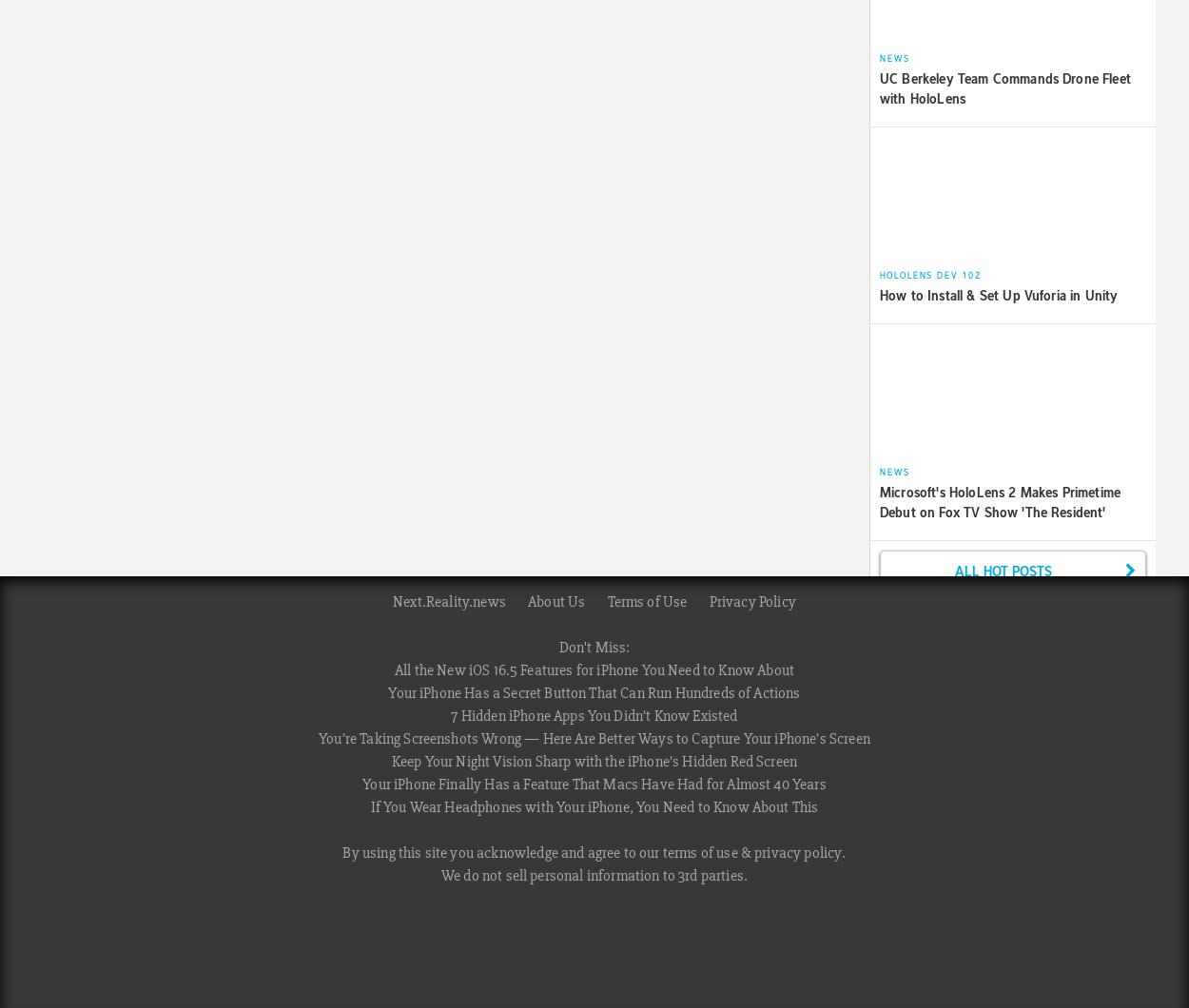 This screenshot has width=1189, height=1008. Describe the element at coordinates (502, 852) in the screenshot. I see `'By using this site you acknowledge and agree to our'` at that location.